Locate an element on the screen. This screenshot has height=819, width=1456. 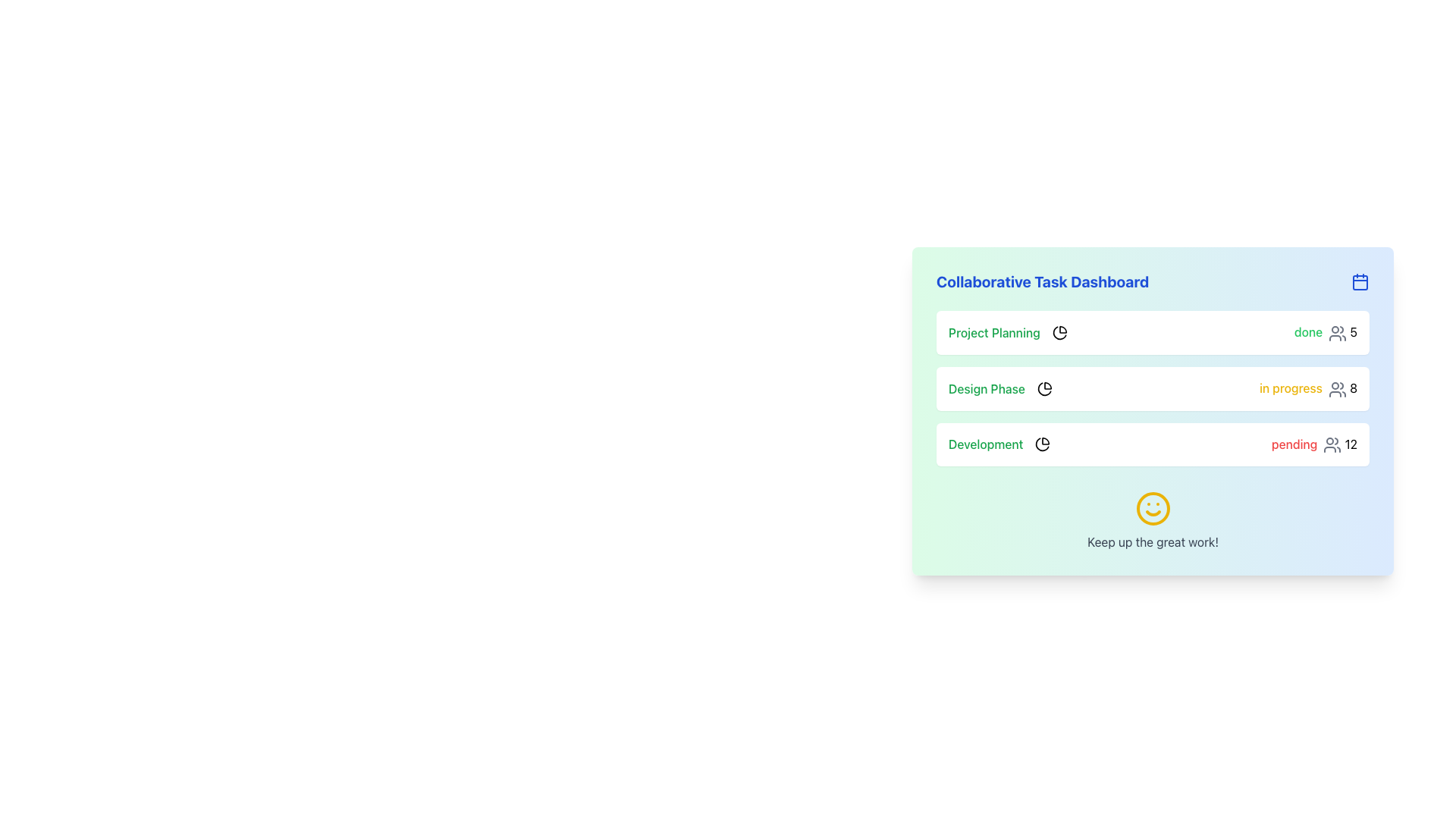
the decorative smiley face and motivational text element located at the bottom of the dashboard, which provides positive reinforcement to the user is located at coordinates (1153, 520).